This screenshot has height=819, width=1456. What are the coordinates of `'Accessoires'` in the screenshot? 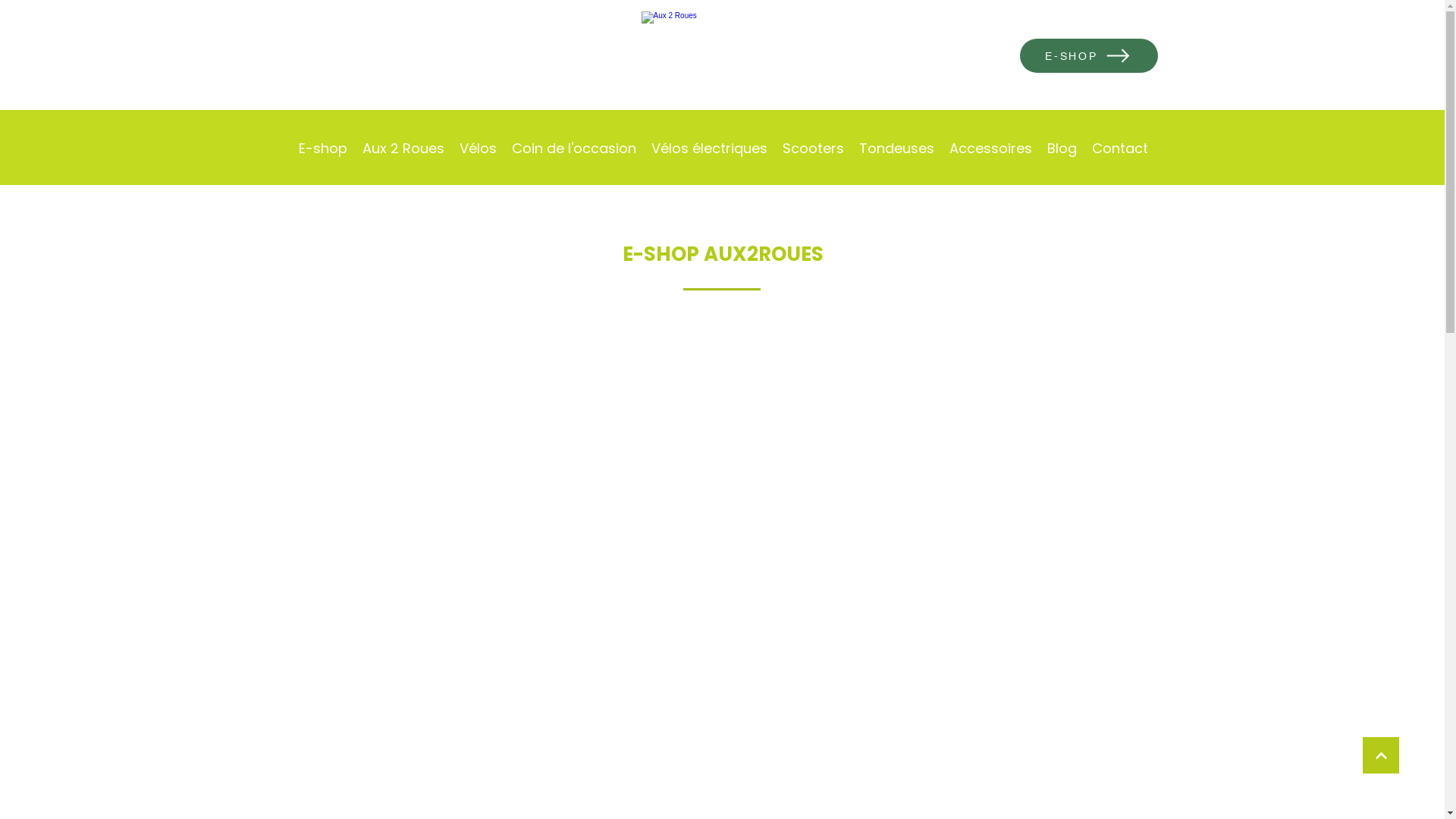 It's located at (990, 148).